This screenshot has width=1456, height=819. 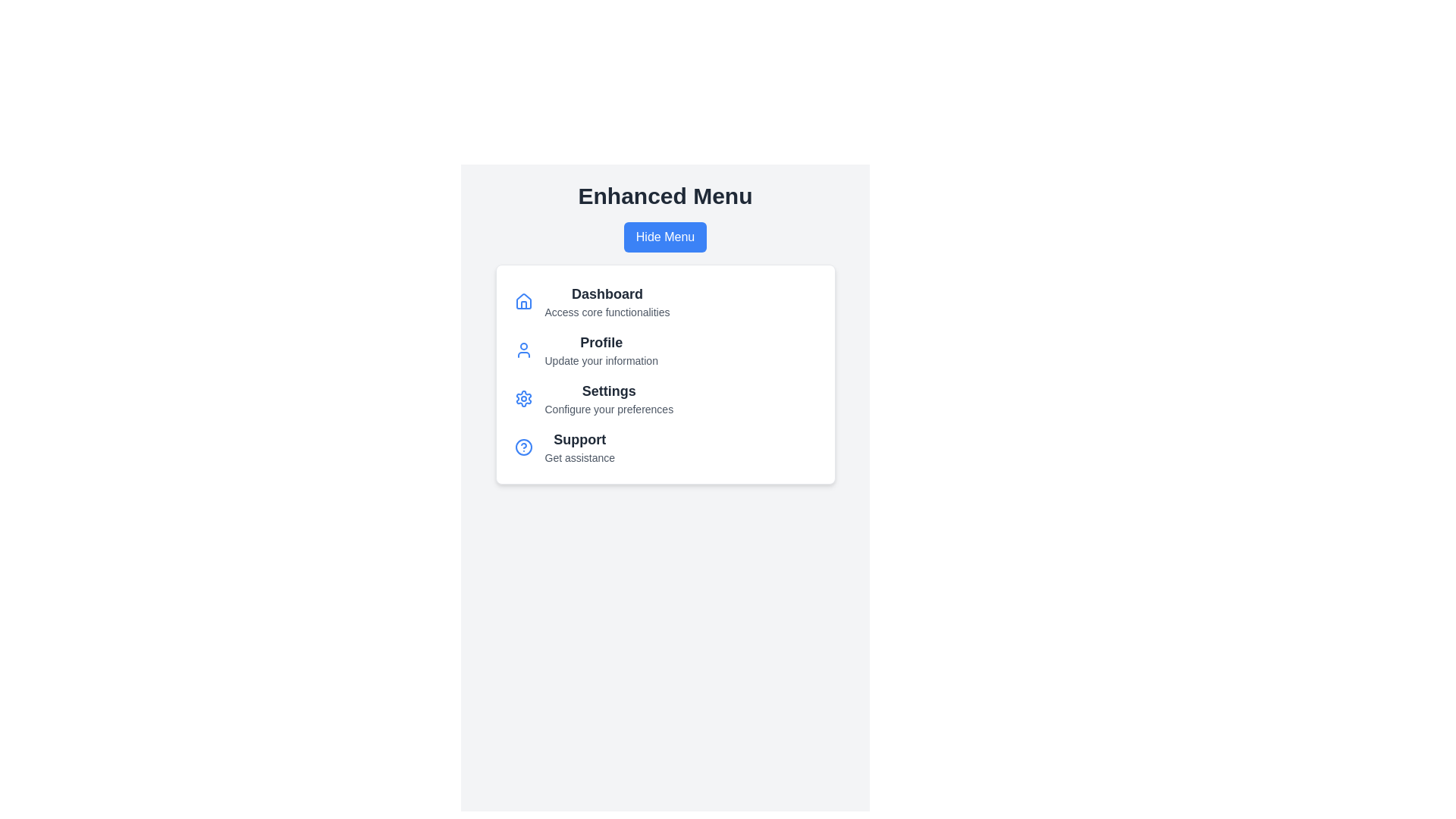 What do you see at coordinates (579, 439) in the screenshot?
I see `the menu item labeled Support to activate its corresponding action` at bounding box center [579, 439].